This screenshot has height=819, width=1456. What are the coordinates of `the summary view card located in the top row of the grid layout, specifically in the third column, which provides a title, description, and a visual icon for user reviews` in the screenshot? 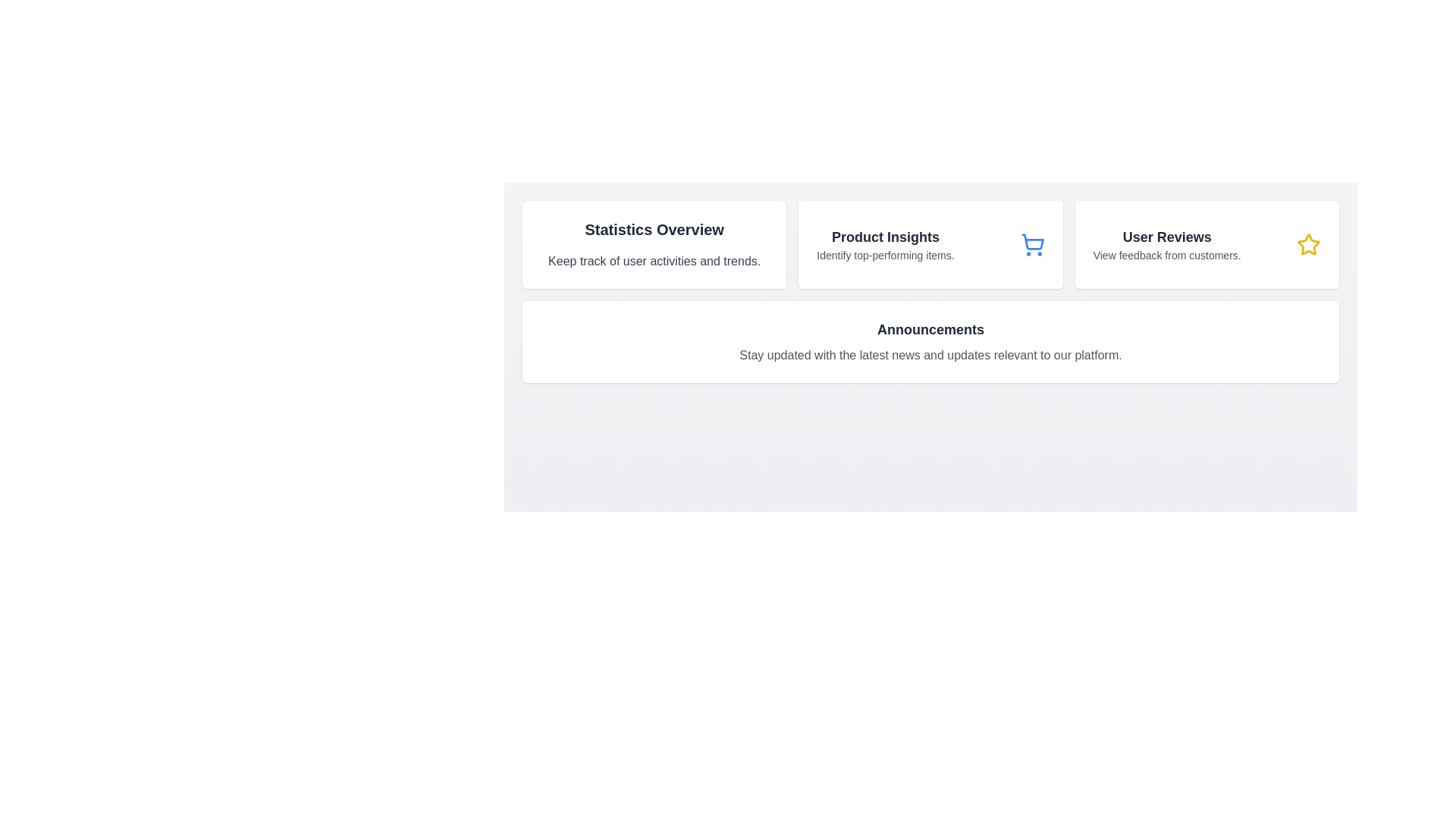 It's located at (1206, 244).